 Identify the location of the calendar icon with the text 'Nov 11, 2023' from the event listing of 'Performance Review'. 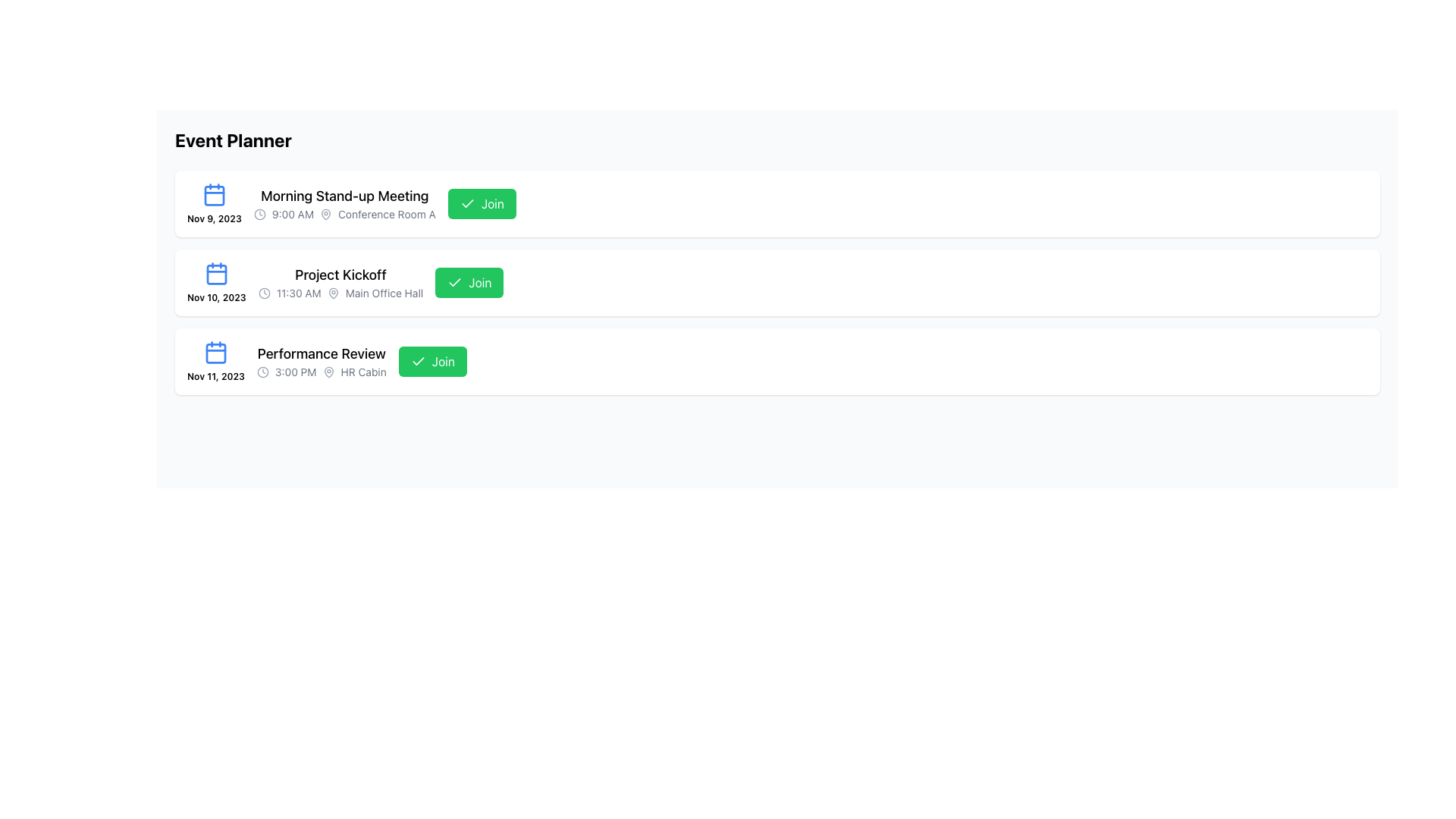
(215, 362).